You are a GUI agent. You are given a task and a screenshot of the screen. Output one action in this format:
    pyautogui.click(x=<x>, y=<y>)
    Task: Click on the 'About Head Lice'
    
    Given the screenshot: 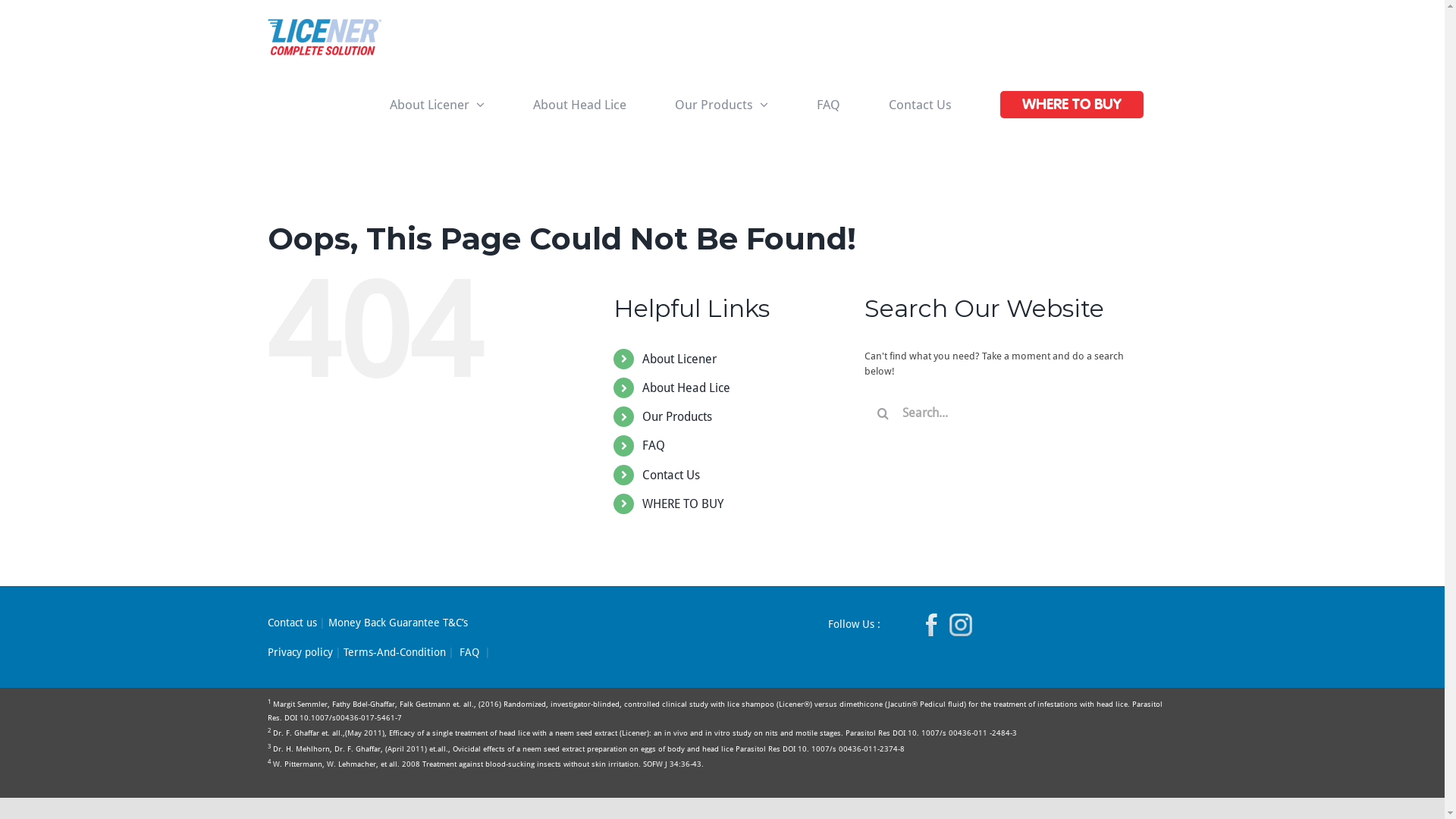 What is the action you would take?
    pyautogui.click(x=686, y=387)
    